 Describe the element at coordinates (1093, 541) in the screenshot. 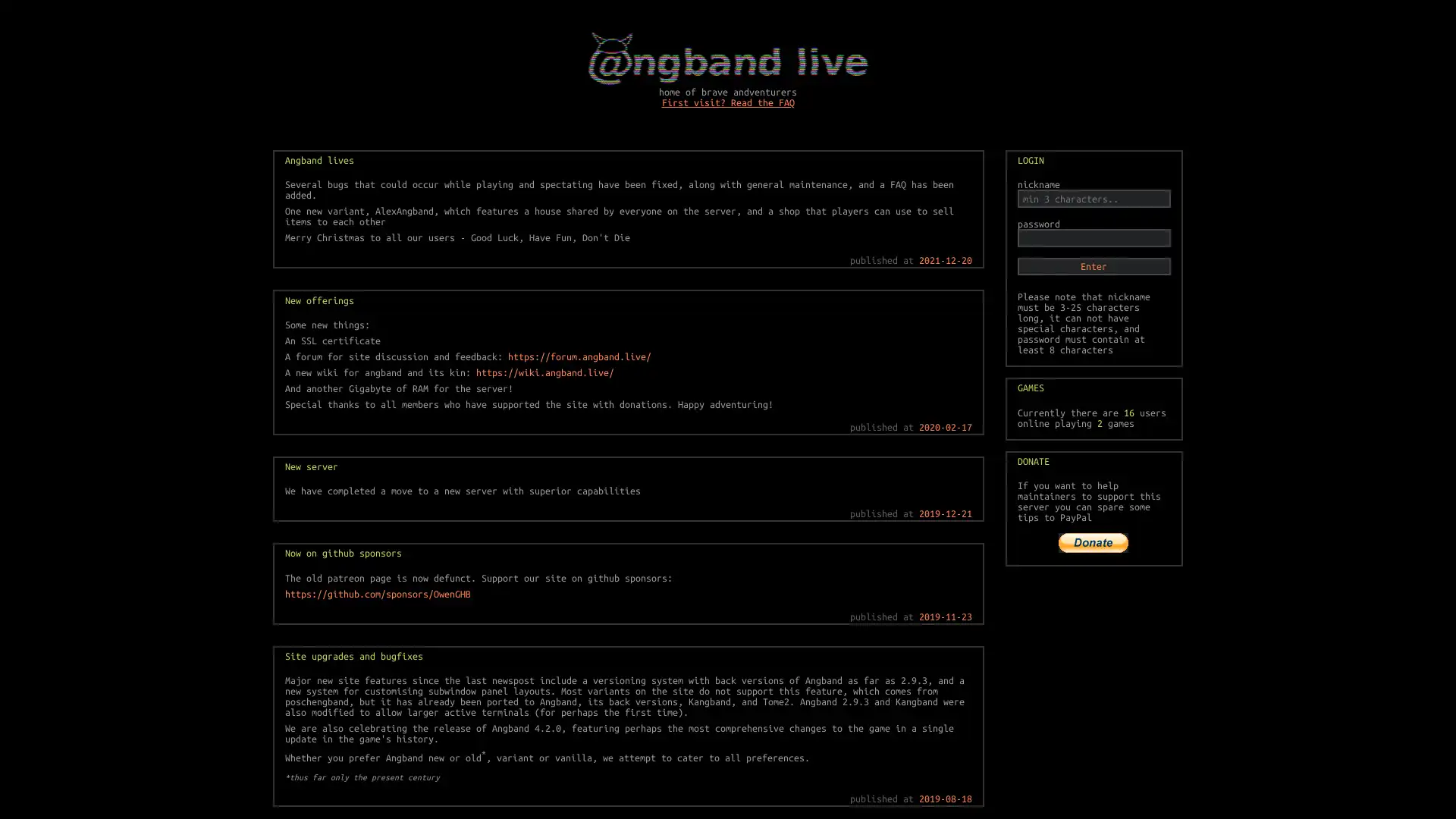

I see `PayPal  The safer, easier way to pay online!` at that location.